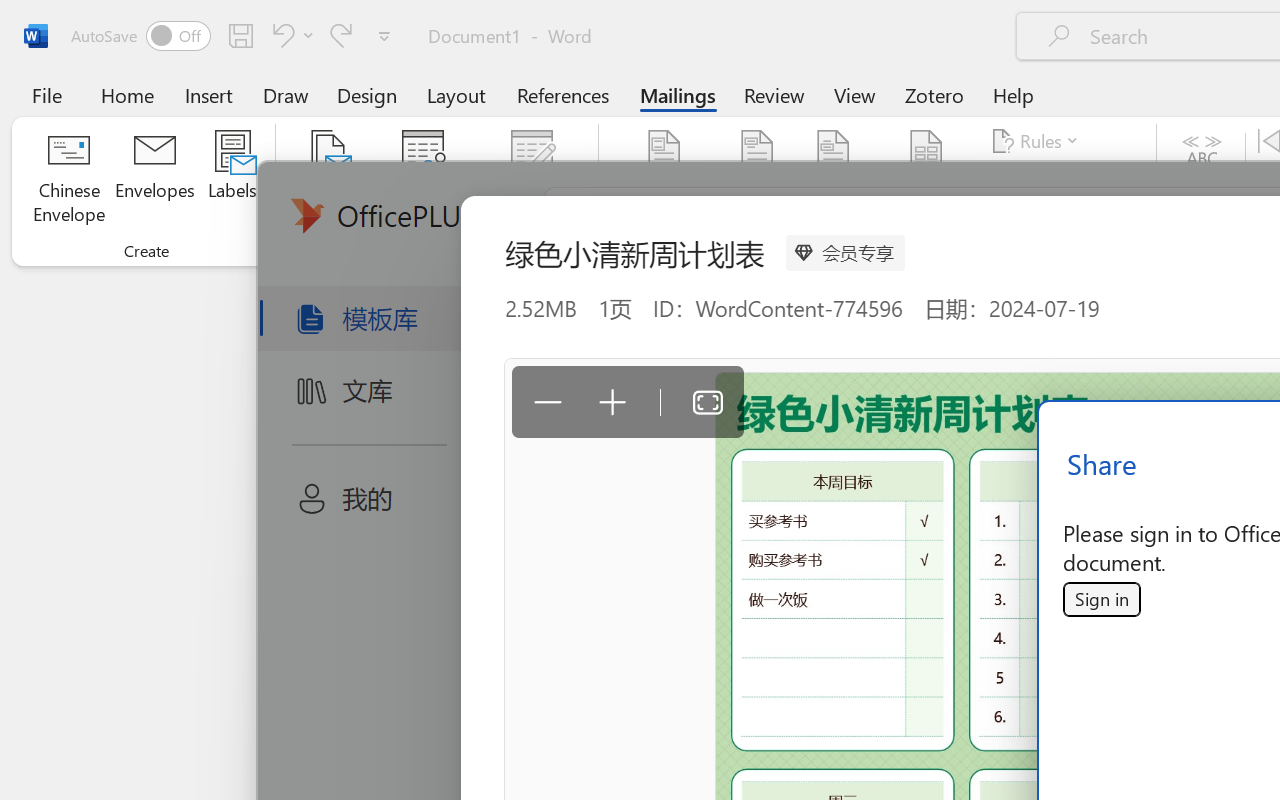 This screenshot has width=1280, height=800. Describe the element at coordinates (154, 179) in the screenshot. I see `'Envelopes...'` at that location.